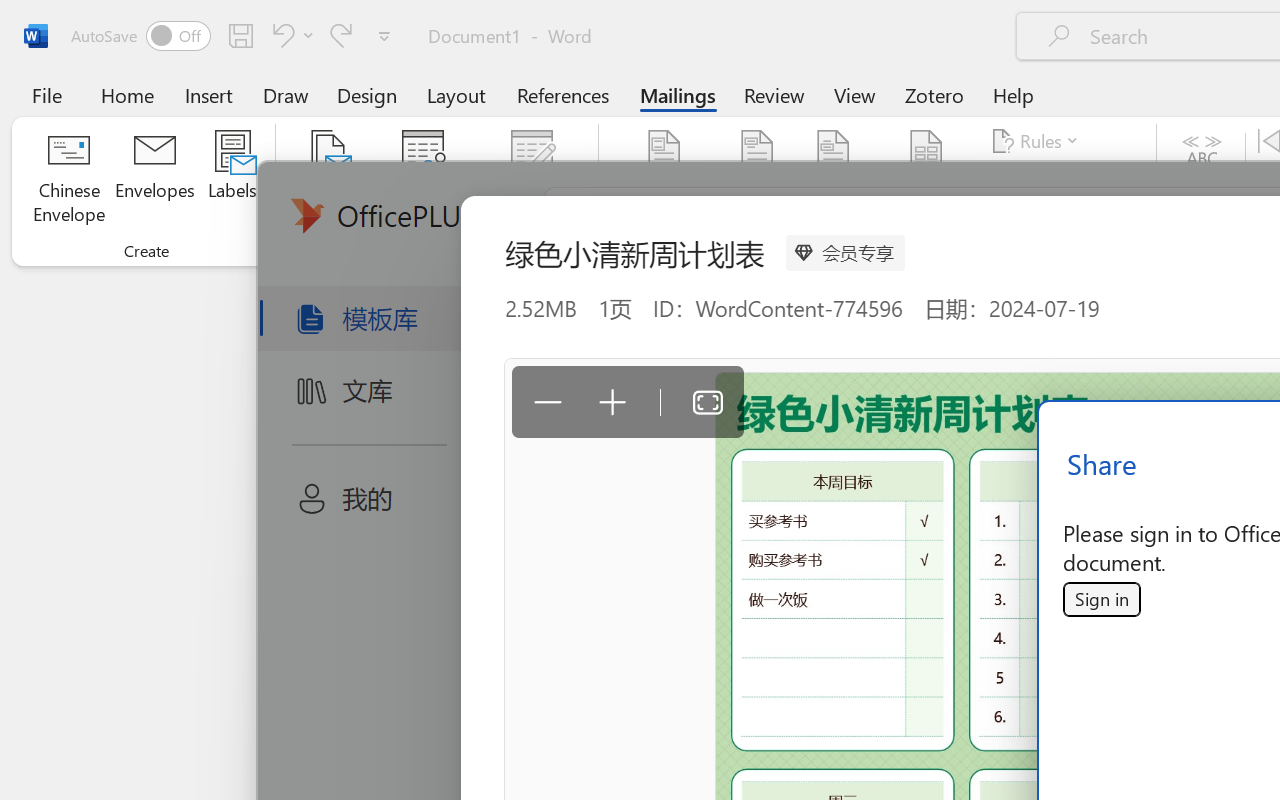 This screenshot has width=1280, height=800. Describe the element at coordinates (154, 179) in the screenshot. I see `'Envelopes...'` at that location.